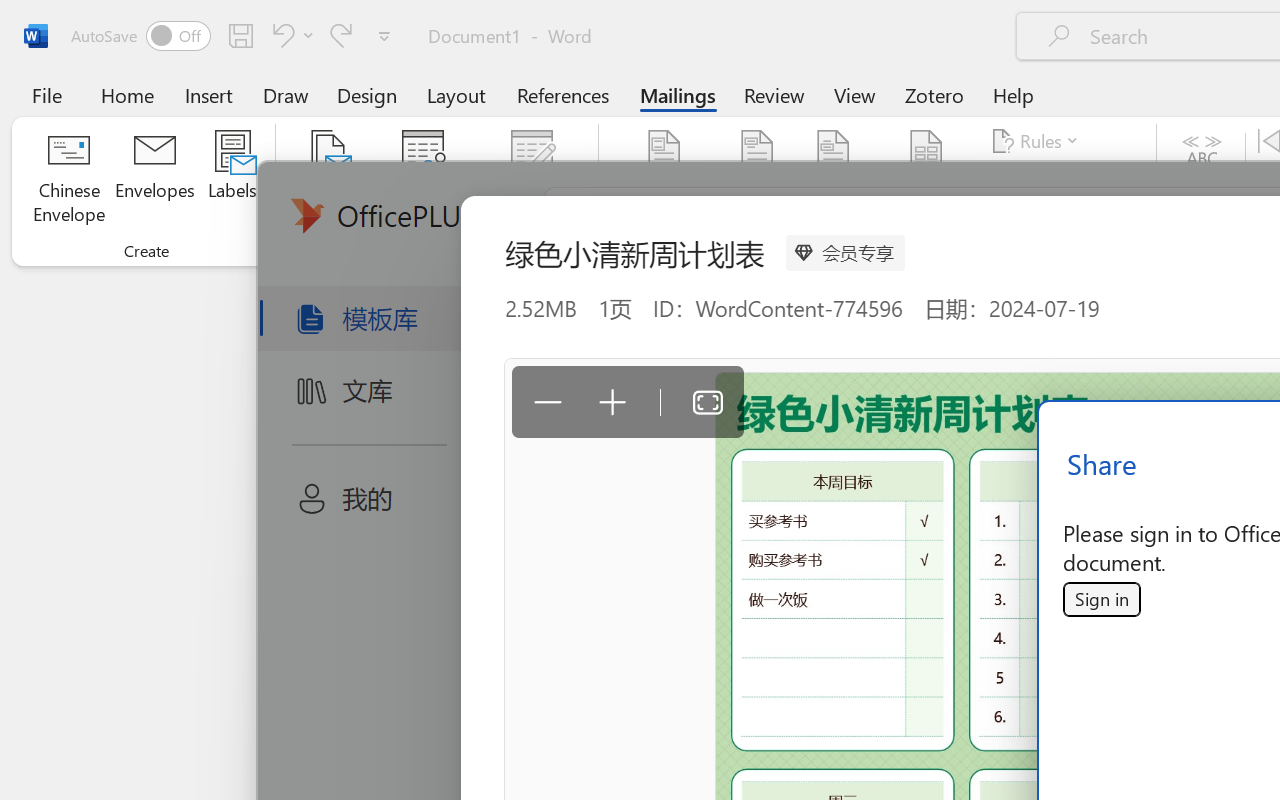 This screenshot has width=1280, height=800. Describe the element at coordinates (154, 179) in the screenshot. I see `'Envelopes...'` at that location.